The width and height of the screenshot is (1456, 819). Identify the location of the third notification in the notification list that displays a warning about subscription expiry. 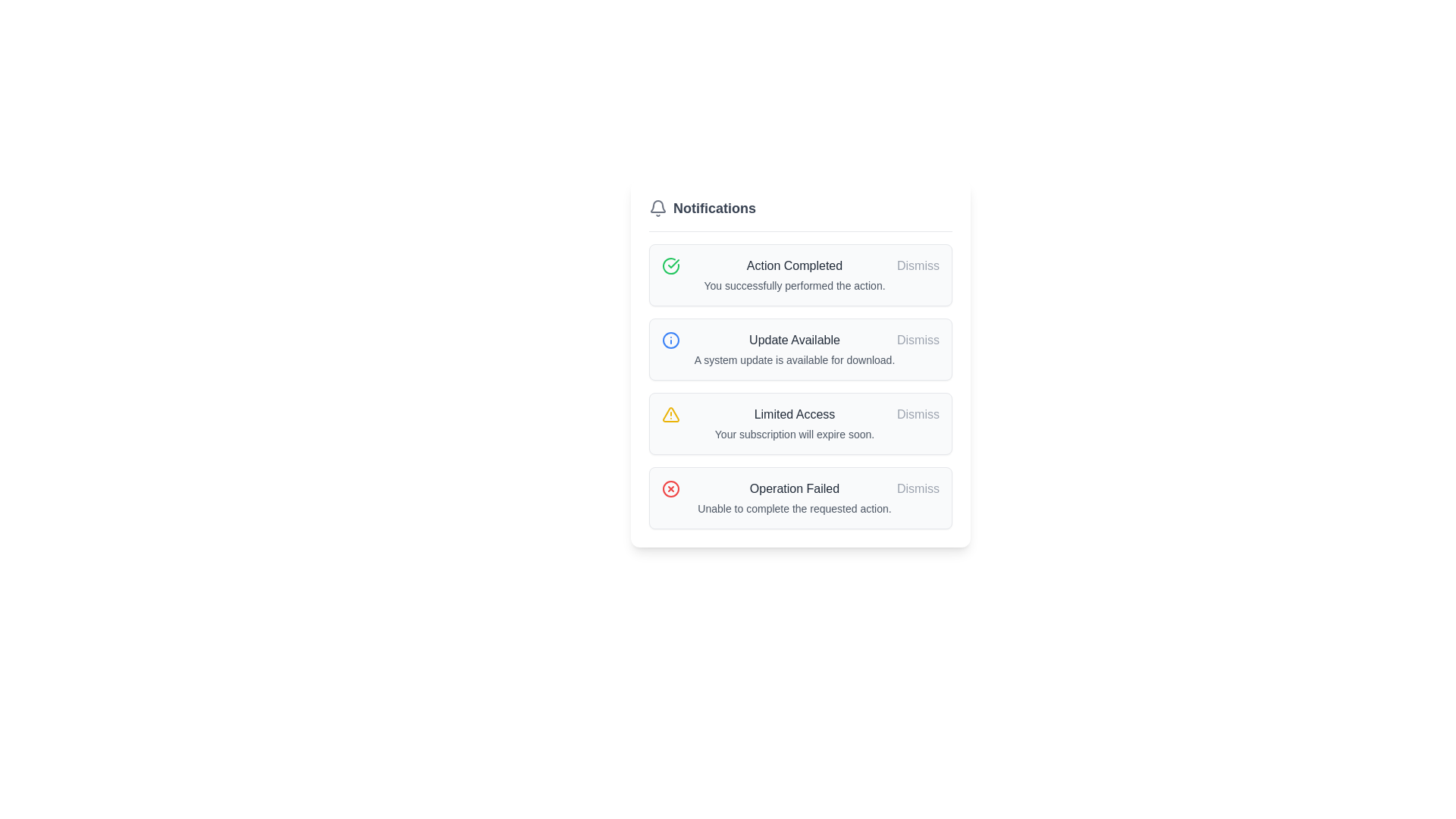
(793, 424).